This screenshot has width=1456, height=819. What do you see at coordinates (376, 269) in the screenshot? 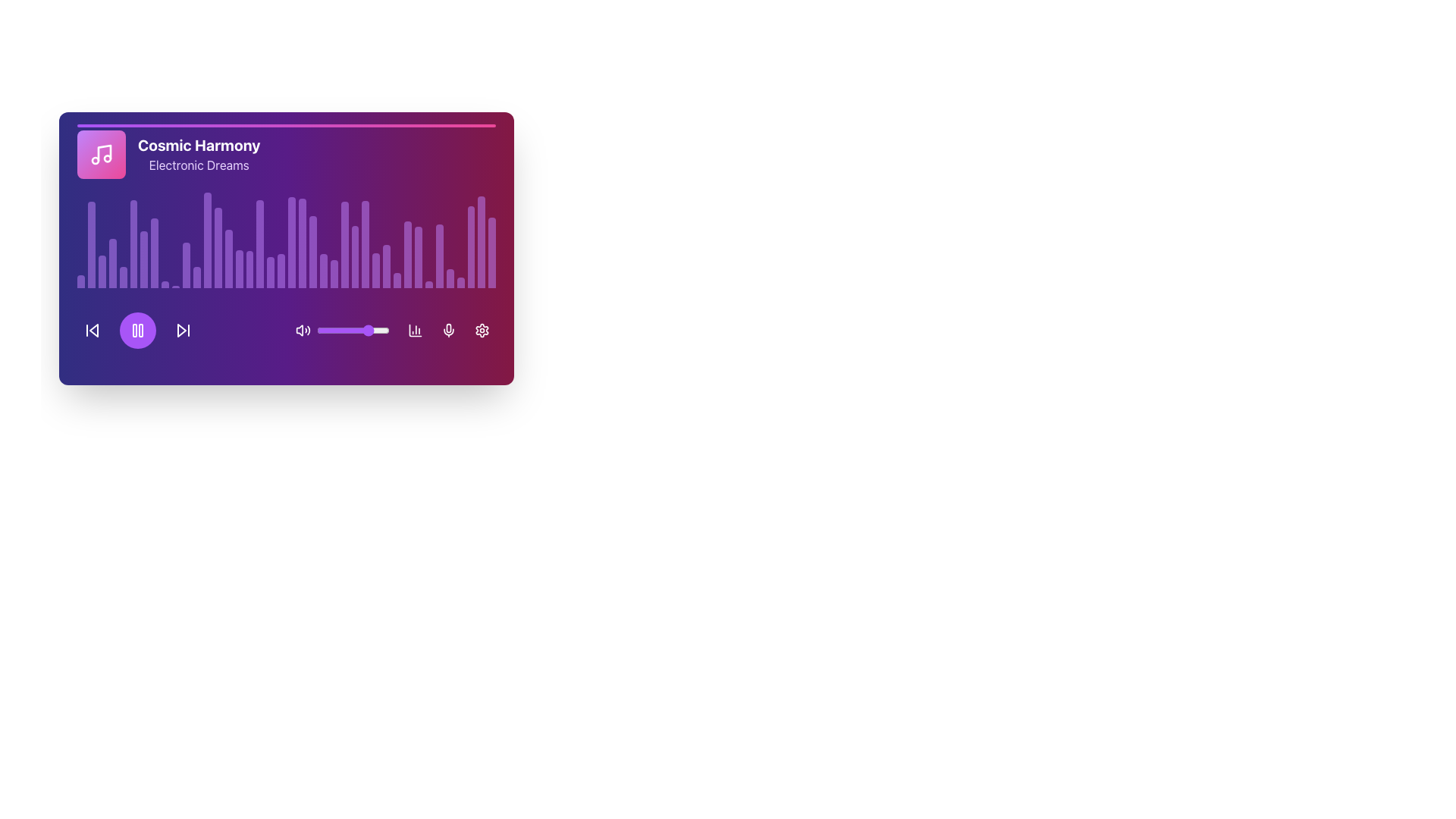
I see `the 27th vertical purple-tinted graph bar in the series of bars` at bounding box center [376, 269].